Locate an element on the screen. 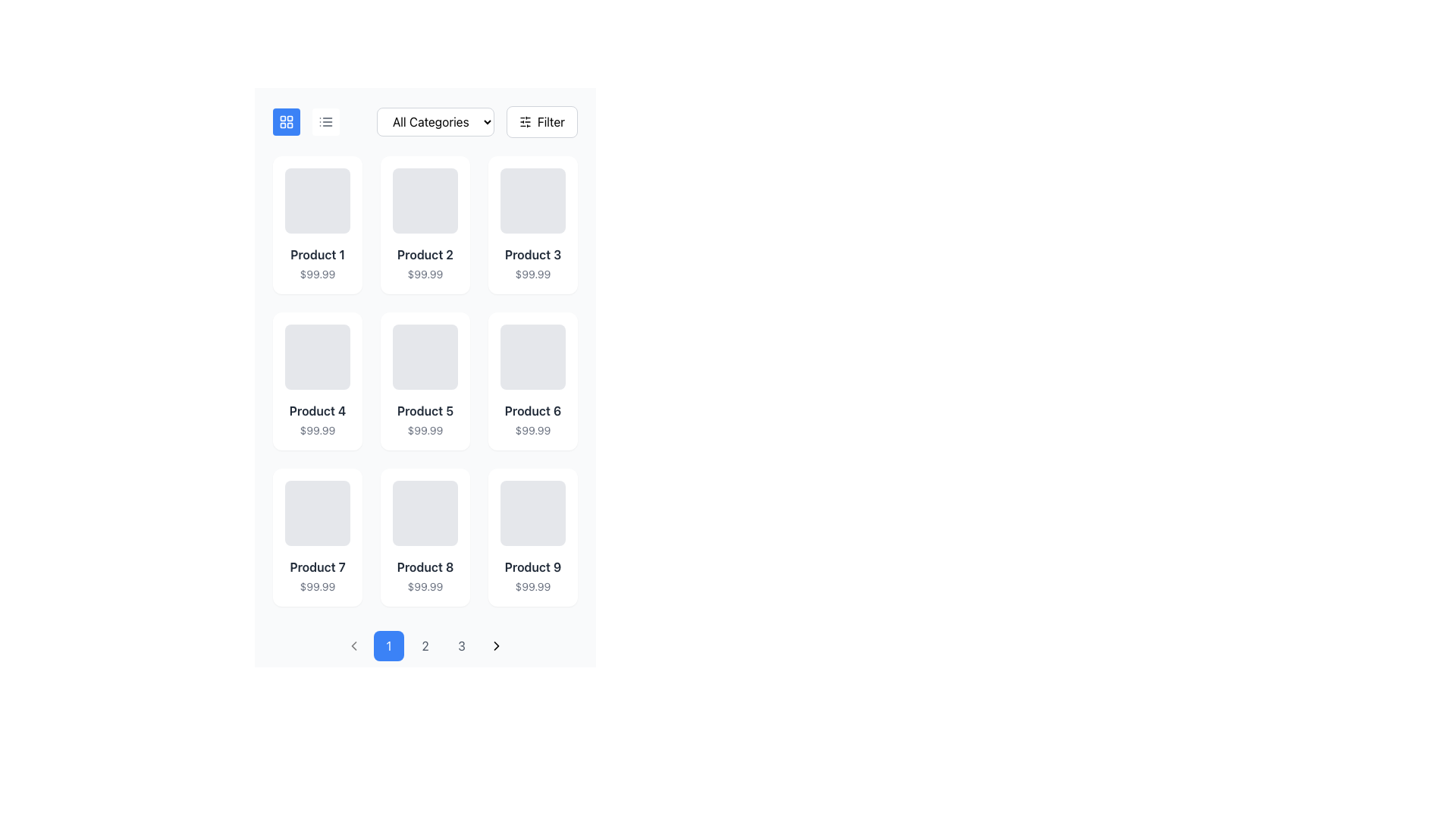 The image size is (1456, 819). the text label displaying 'Product 4' in bold font and dark color, located in the second row and first column of the product card layout is located at coordinates (316, 411).